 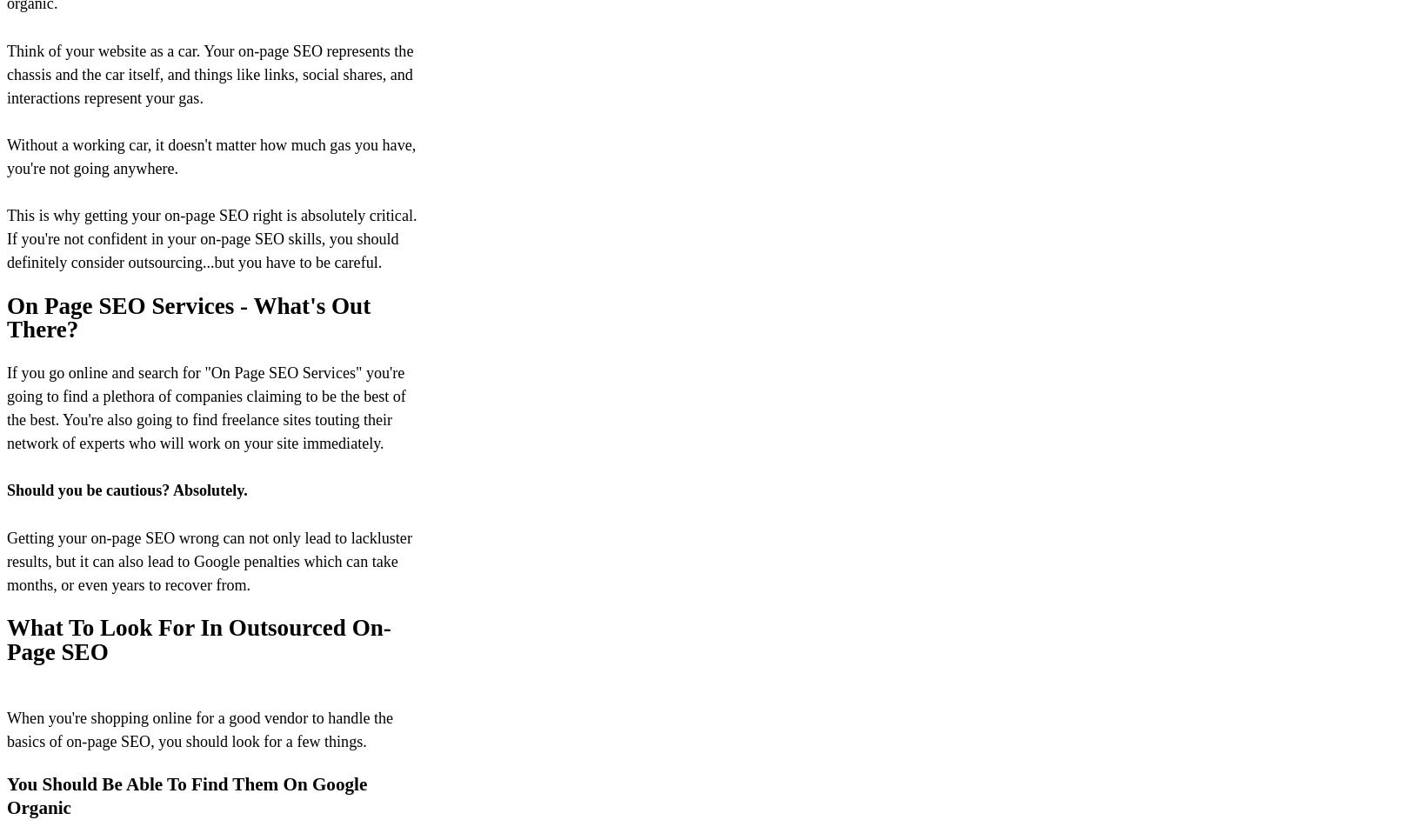 I want to click on 'On Page SEO Services - What's Out There?', so click(x=189, y=317).